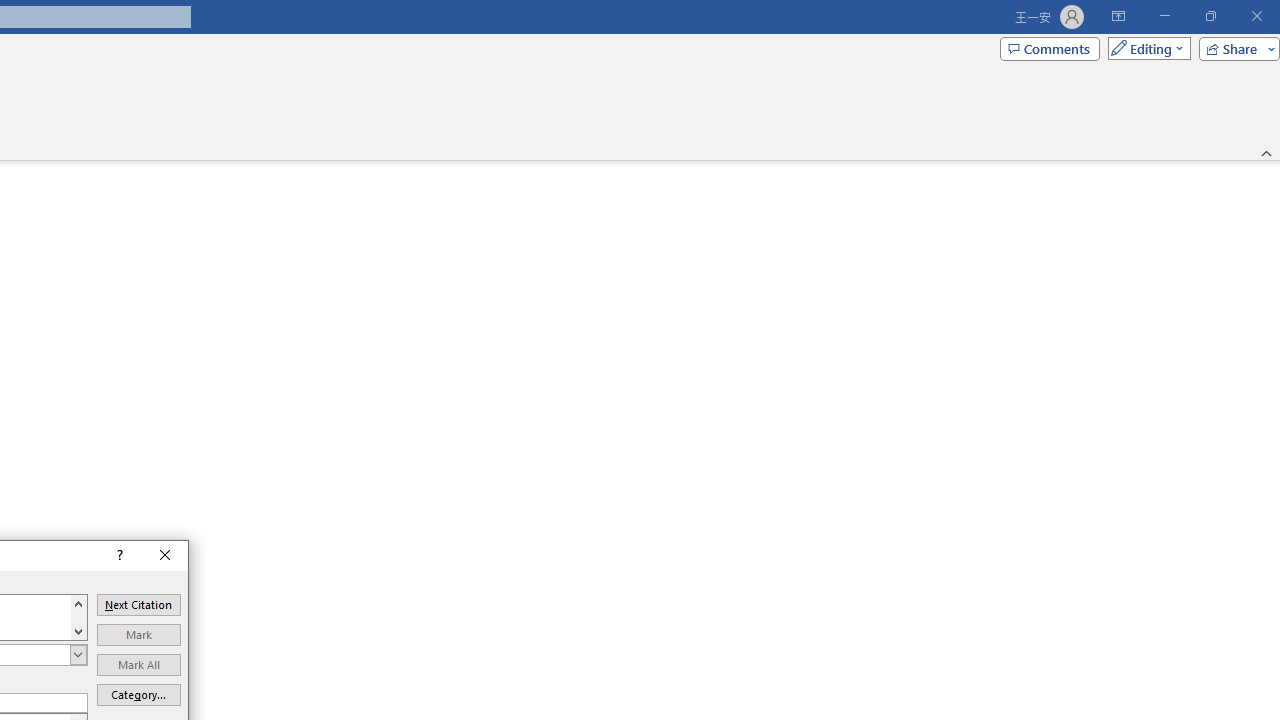 This screenshot has width=1280, height=720. What do you see at coordinates (117, 555) in the screenshot?
I see `'Context help'` at bounding box center [117, 555].